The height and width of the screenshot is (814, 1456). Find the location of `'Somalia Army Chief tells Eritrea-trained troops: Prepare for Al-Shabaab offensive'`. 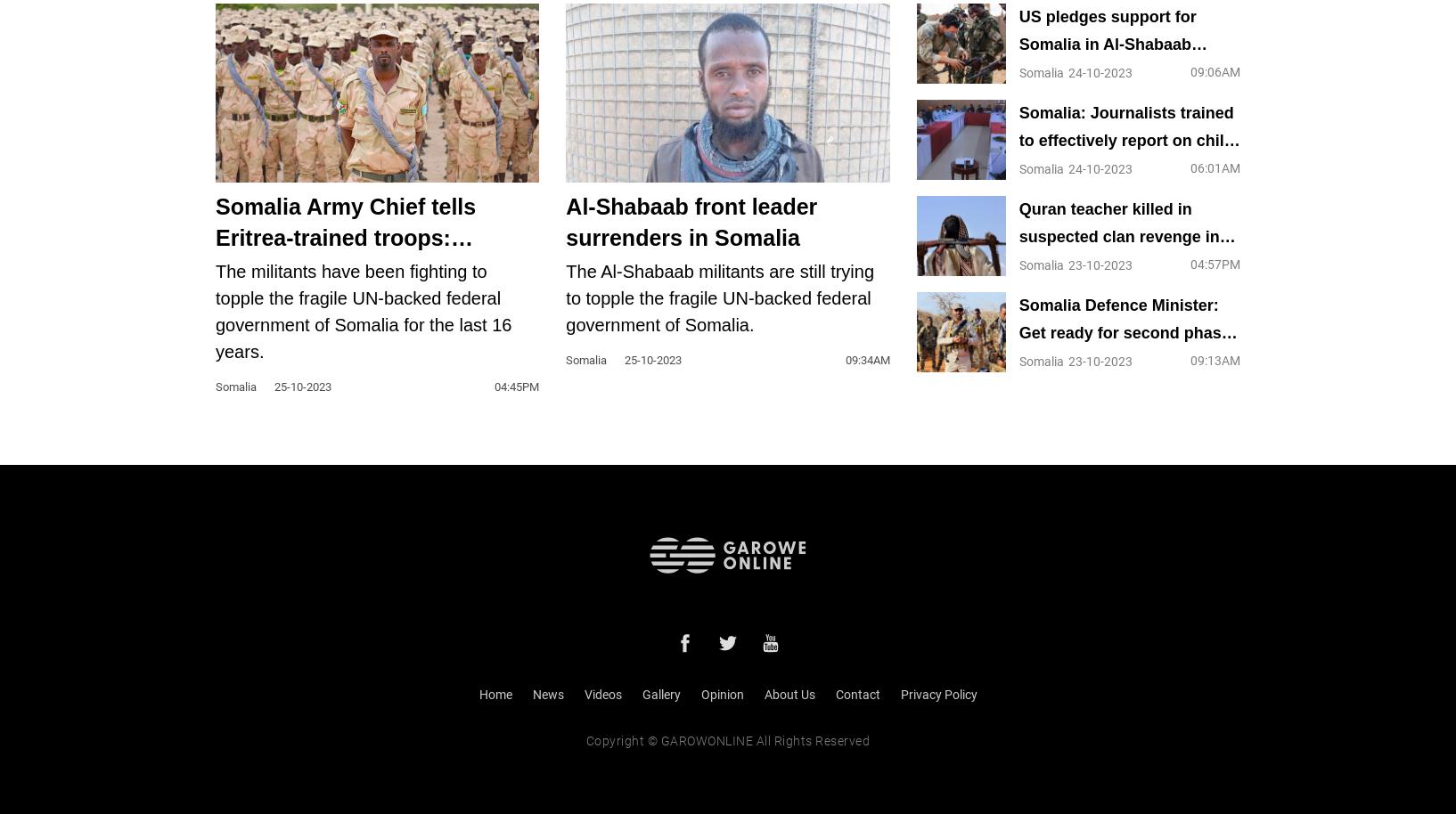

'Somalia Army Chief tells Eritrea-trained troops: Prepare for Al-Shabaab offensive' is located at coordinates (345, 252).